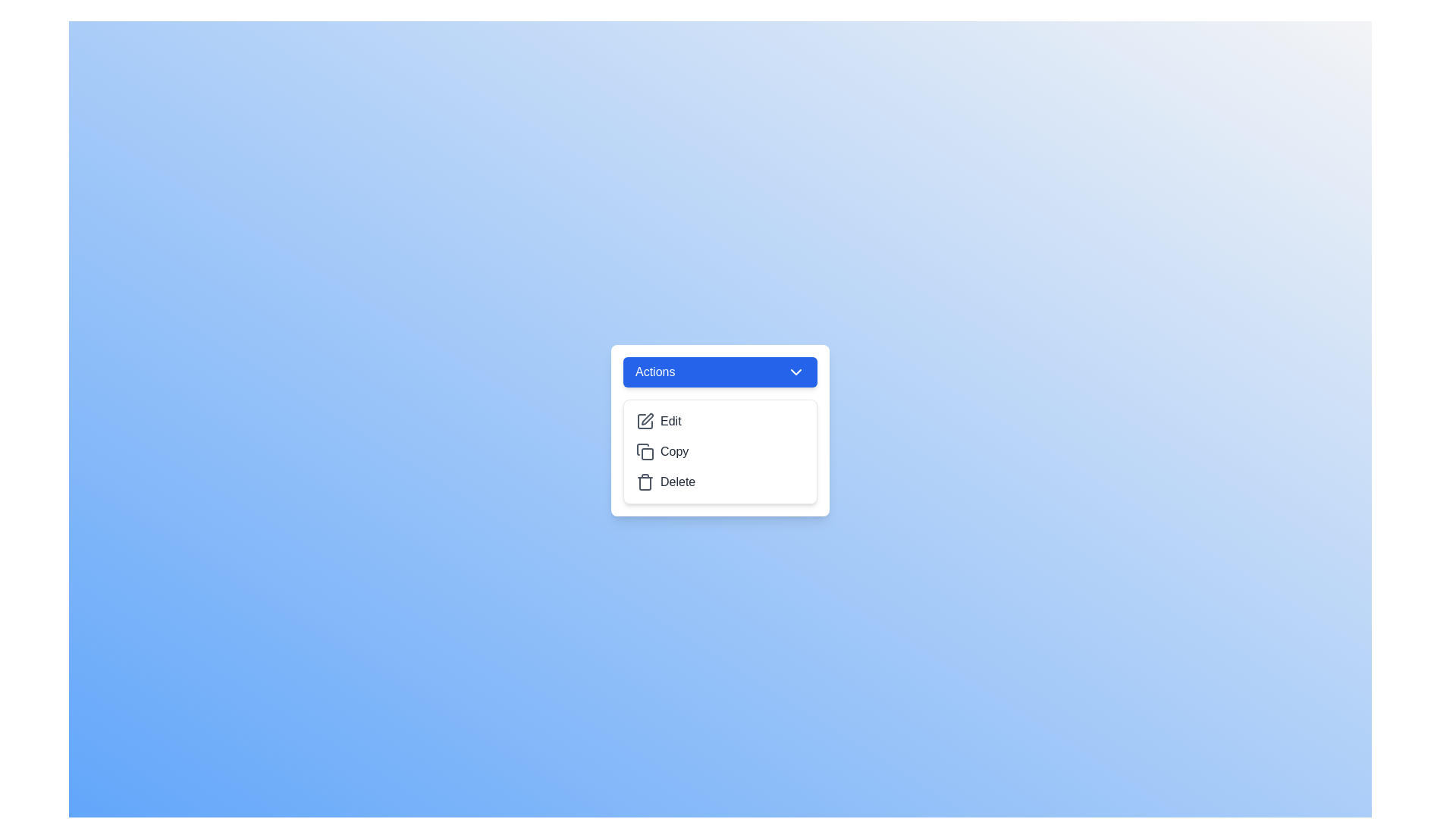 This screenshot has width=1456, height=819. I want to click on the delete button, which is the third option in a dropdown menu, located below the 'Copy' button, so click(720, 482).